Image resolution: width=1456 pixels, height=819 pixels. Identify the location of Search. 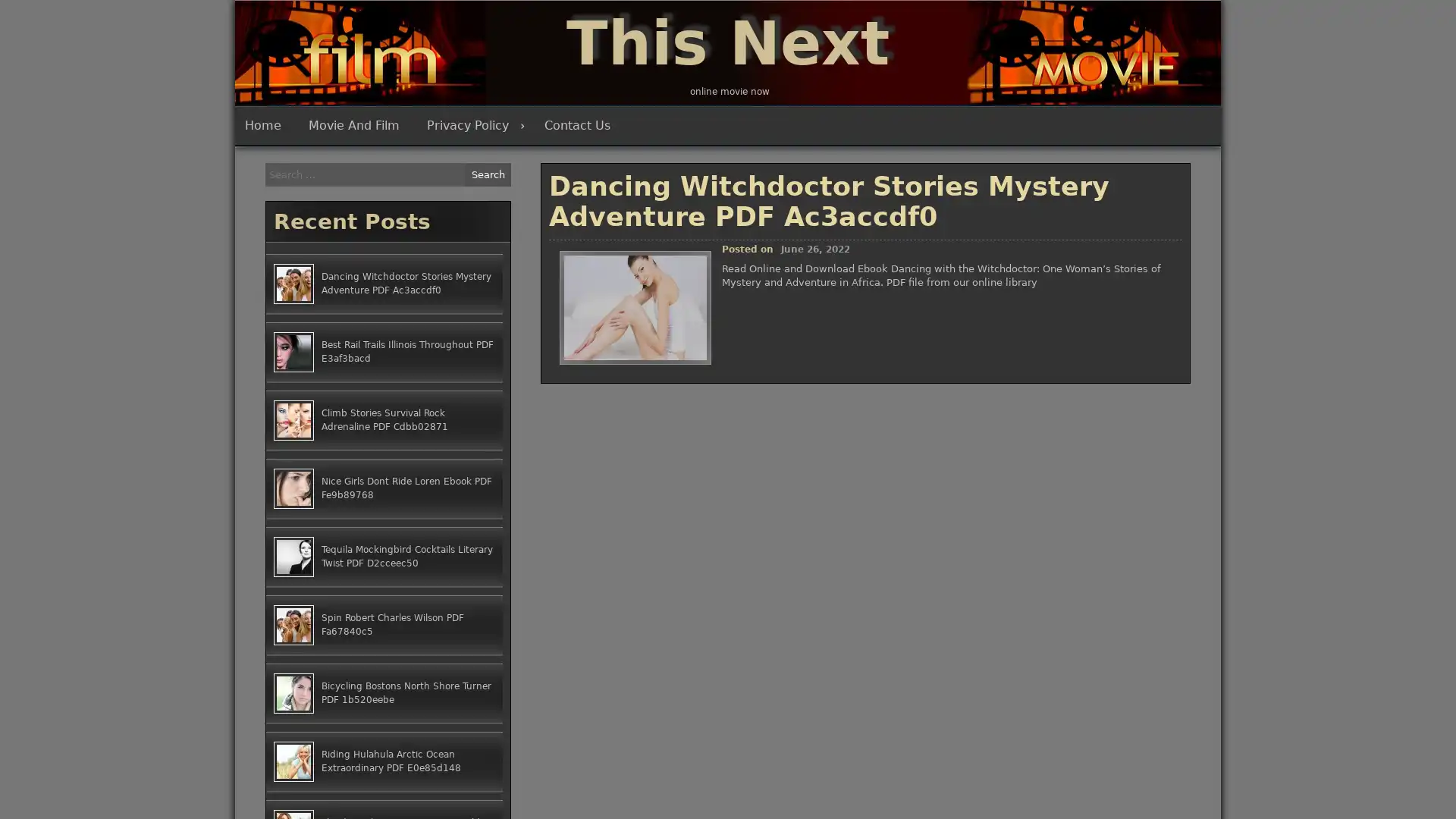
(488, 174).